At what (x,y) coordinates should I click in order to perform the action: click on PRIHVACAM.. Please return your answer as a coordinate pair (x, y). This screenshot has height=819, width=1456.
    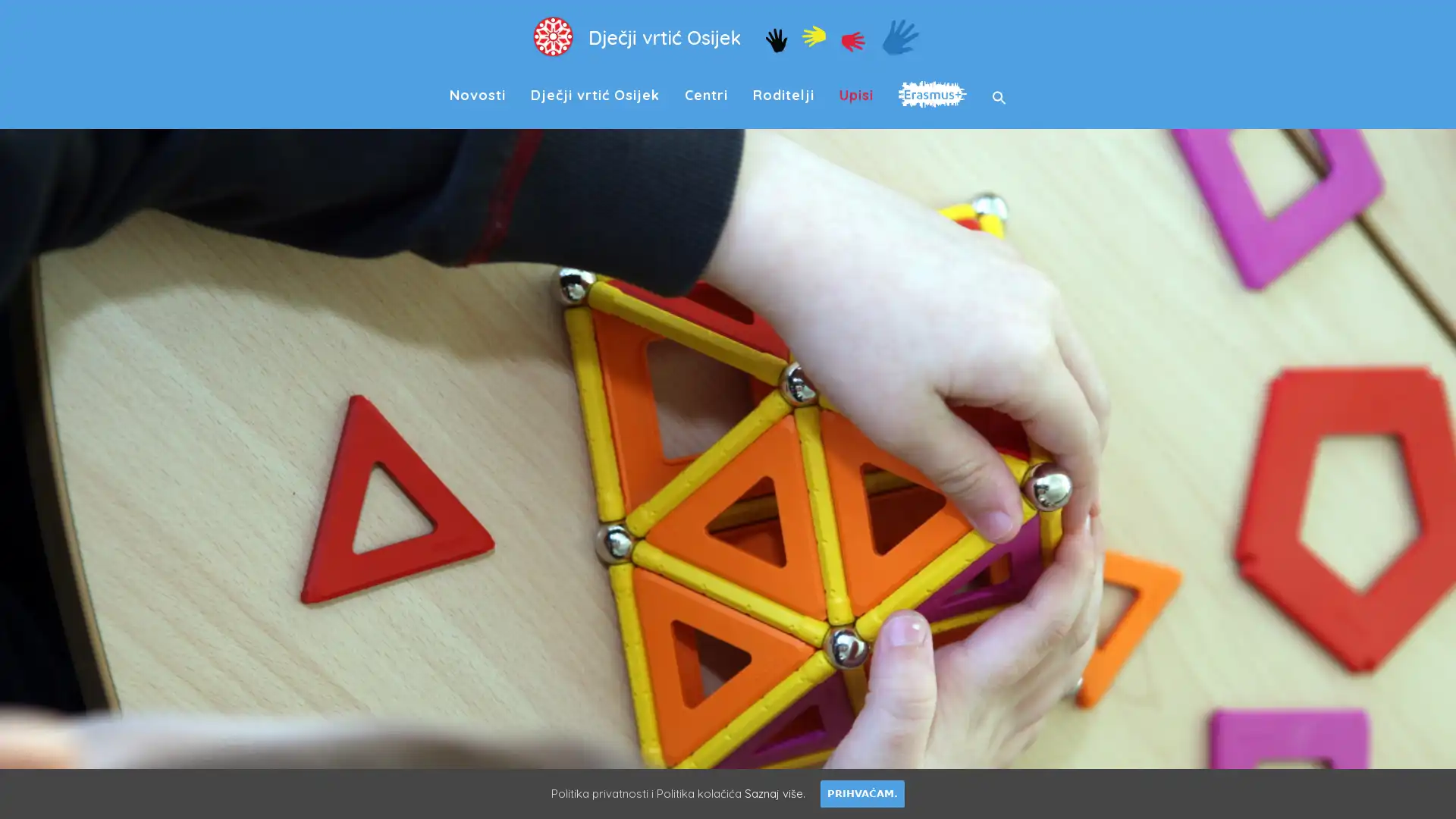
    Looking at the image, I should click on (862, 792).